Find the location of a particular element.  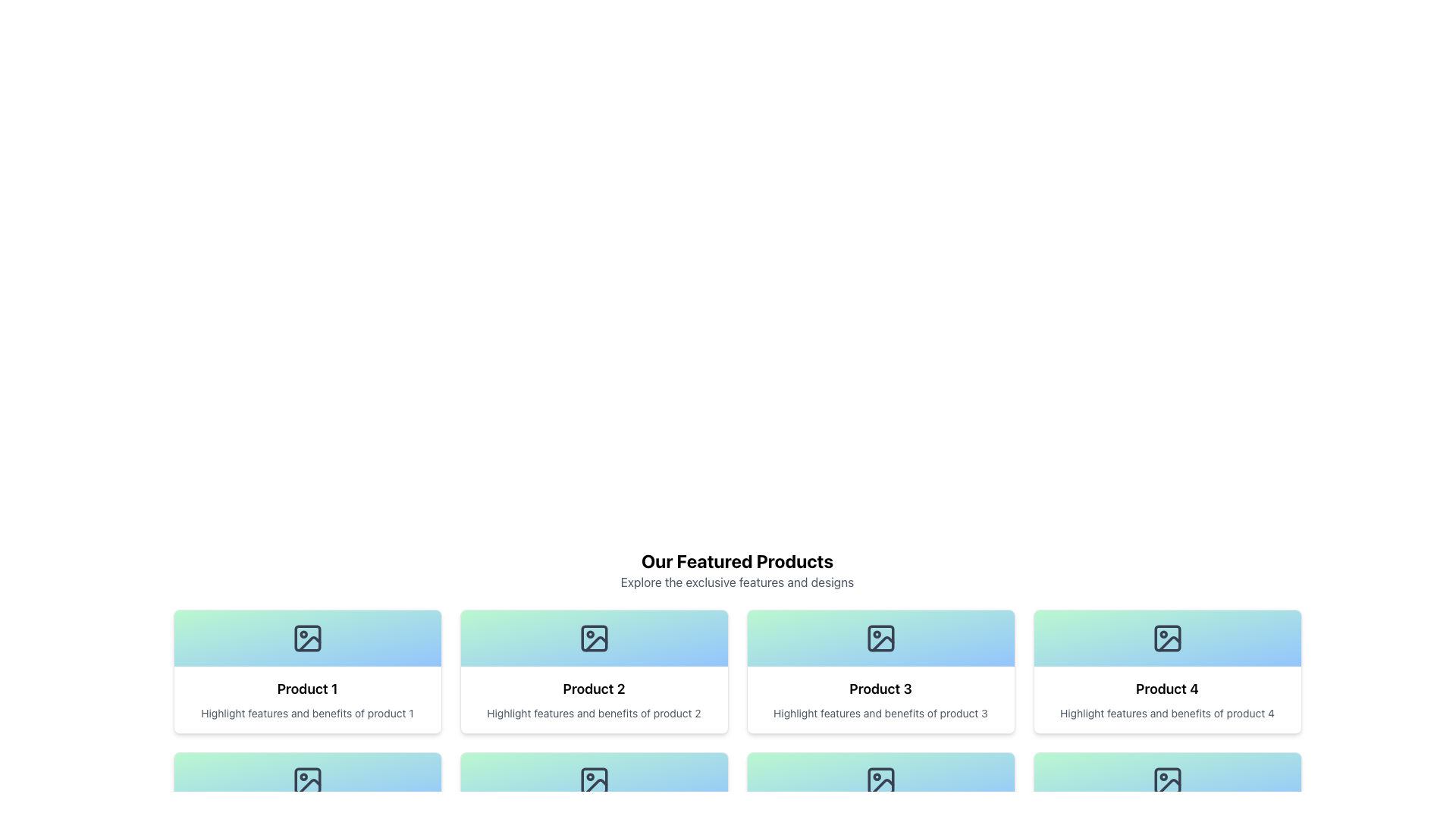

the icon representing 'Product 3' located in the grid layout under 'Our Featured Products' is located at coordinates (880, 638).